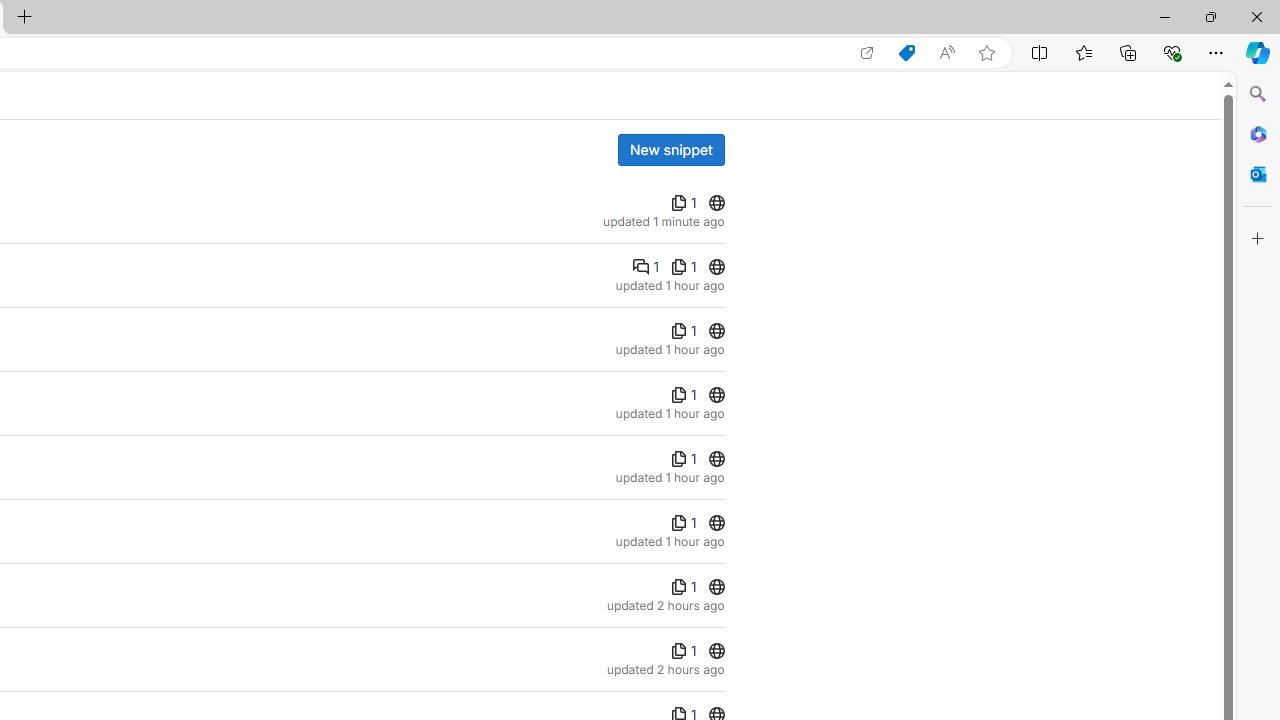 The height and width of the screenshot is (720, 1280). What do you see at coordinates (867, 52) in the screenshot?
I see `'Open in app'` at bounding box center [867, 52].